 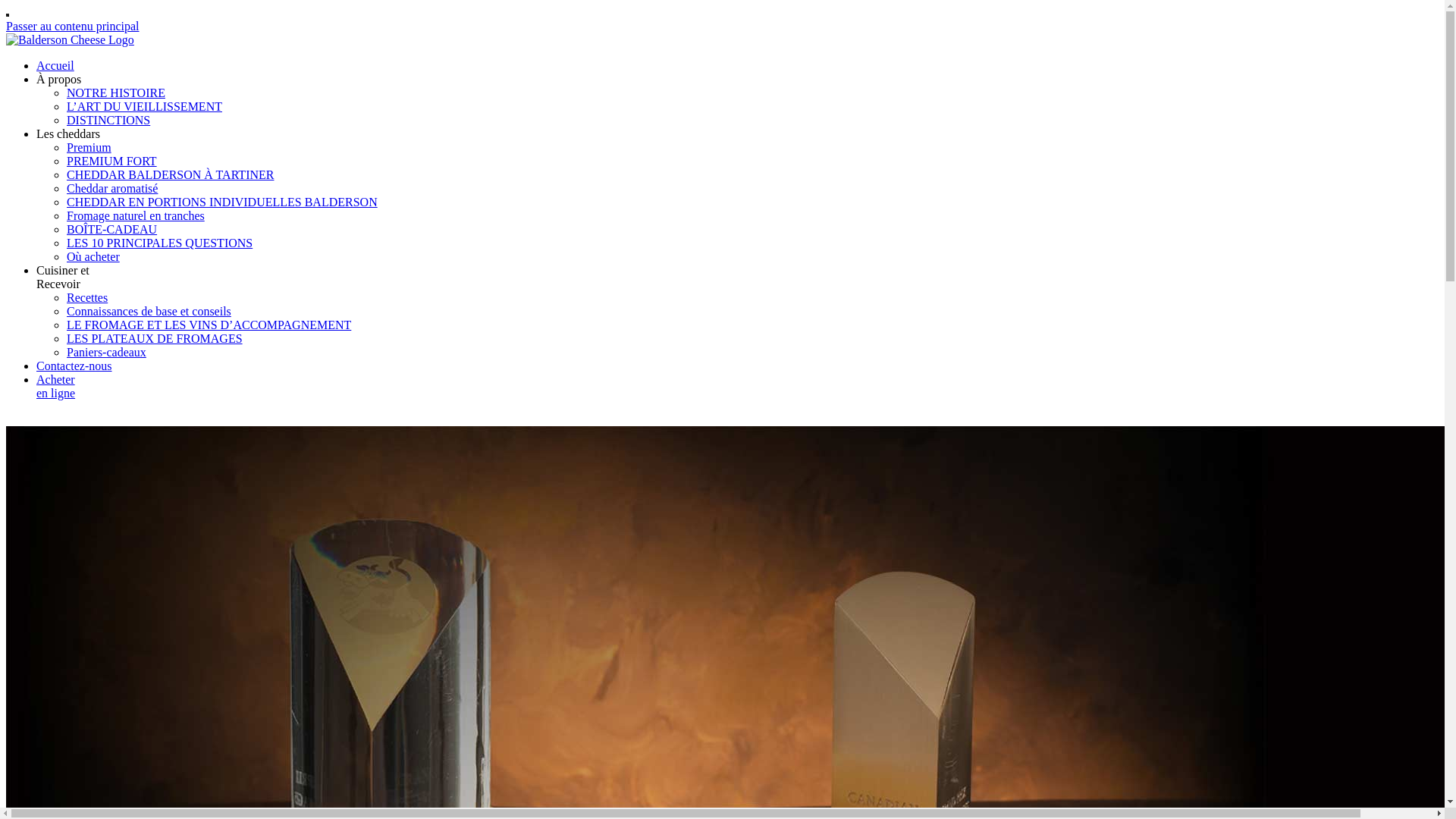 I want to click on 'PREMIUM FORT', so click(x=111, y=161).